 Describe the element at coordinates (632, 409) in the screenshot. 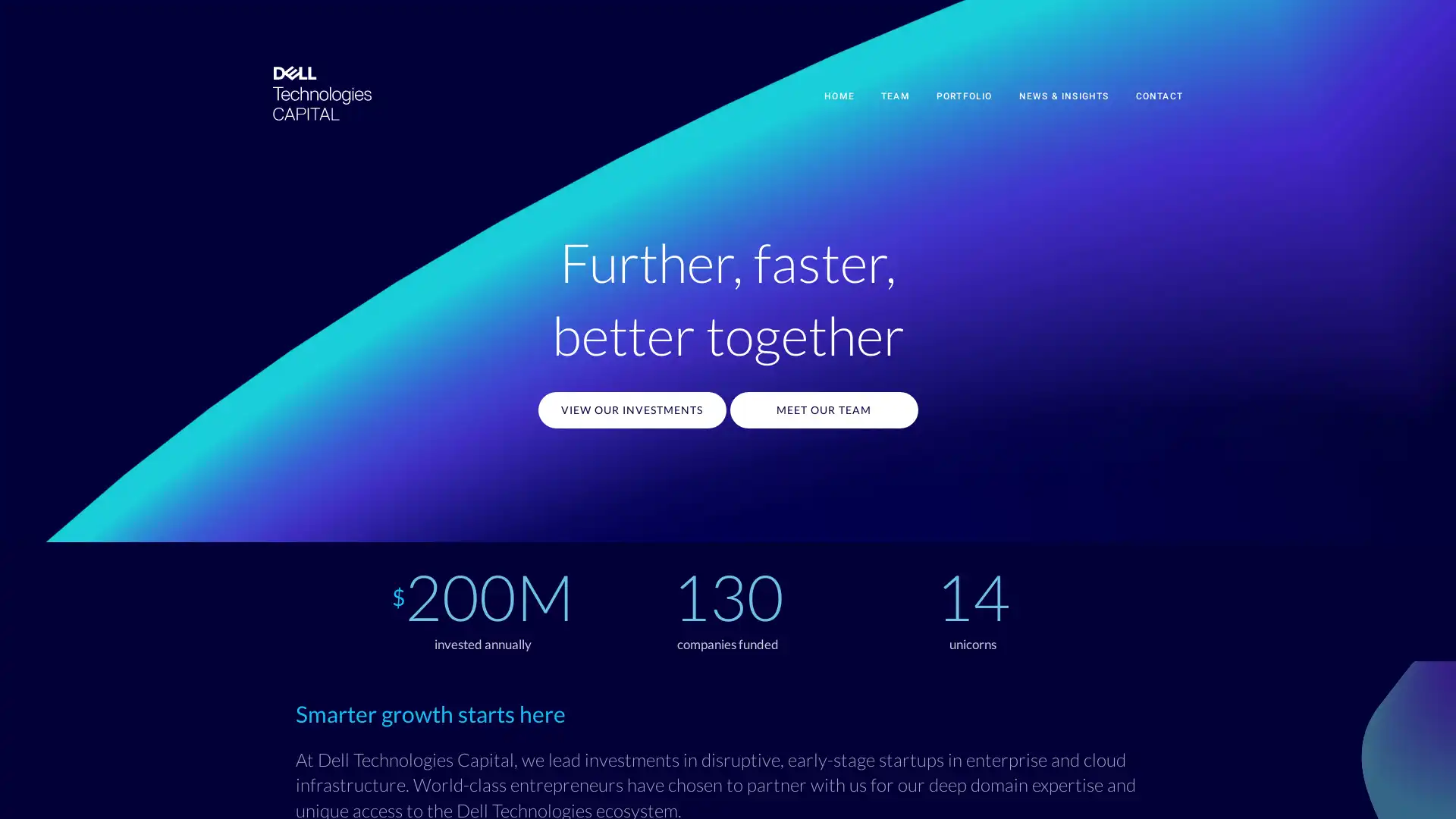

I see `VIEW OUR INVESTMENTS` at that location.